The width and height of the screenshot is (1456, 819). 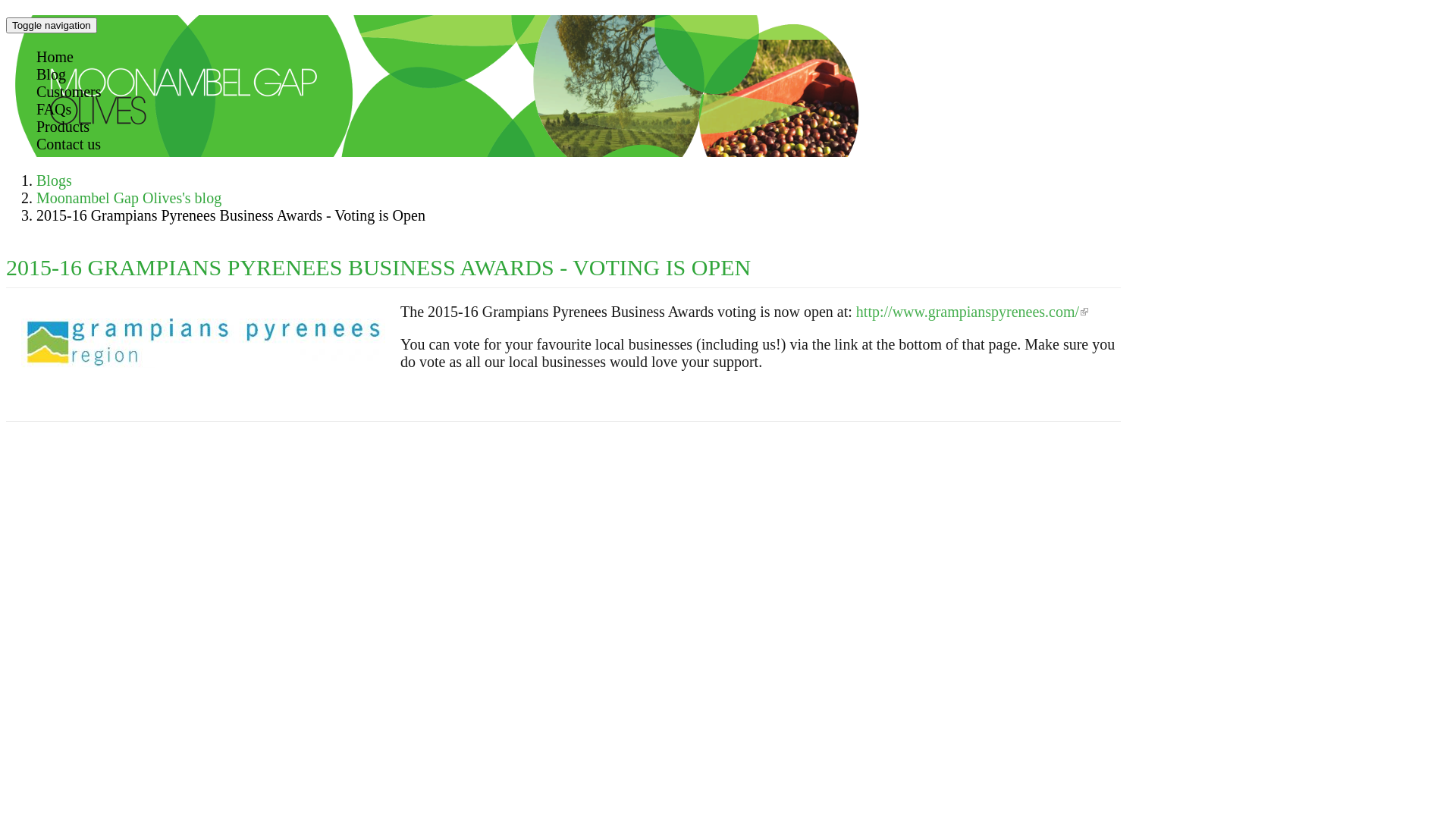 What do you see at coordinates (55, 55) in the screenshot?
I see `'Home'` at bounding box center [55, 55].